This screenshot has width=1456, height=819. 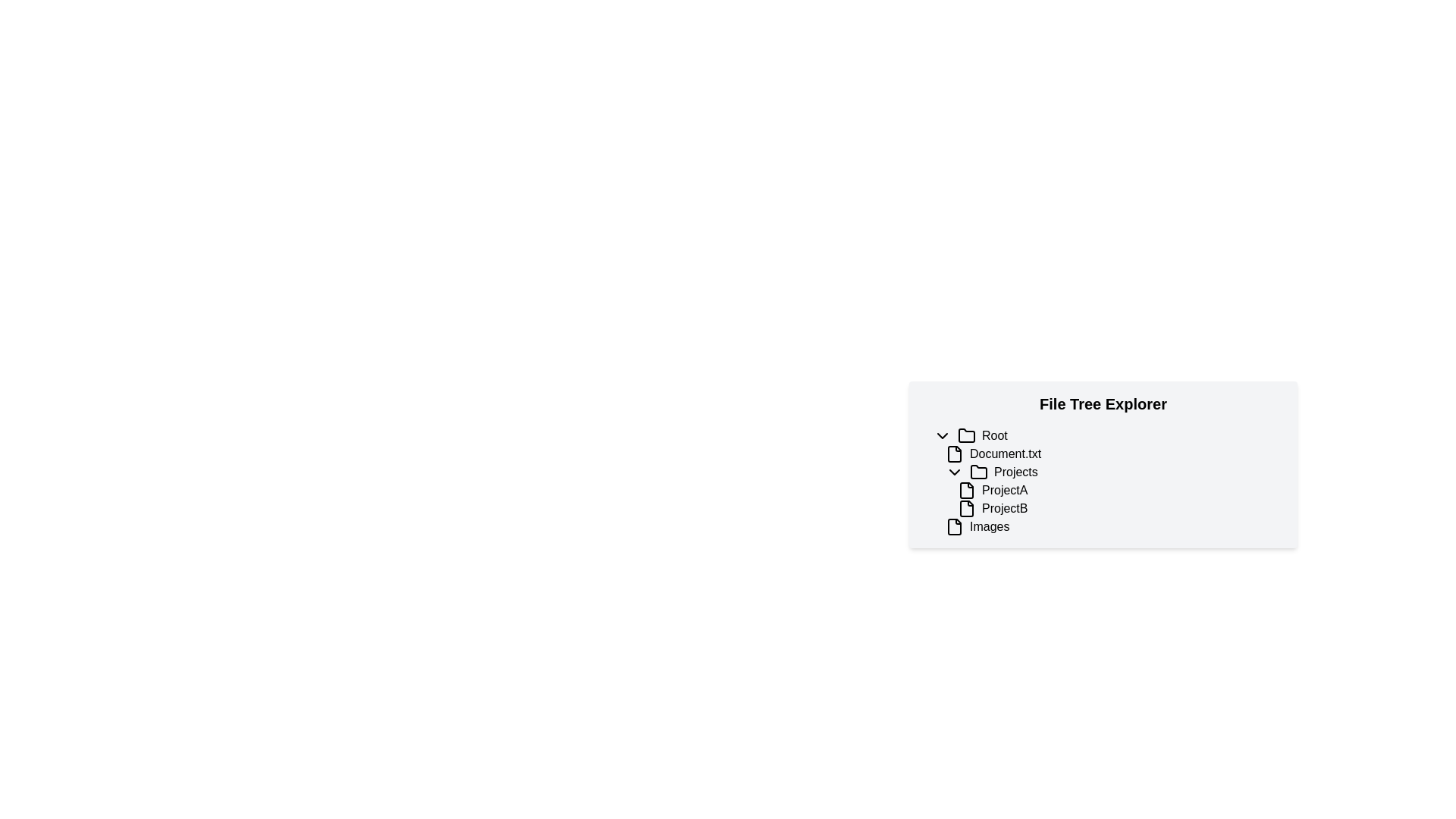 I want to click on the Dropdown Chevron Icon located to the left of the 'Projects' text, so click(x=953, y=472).